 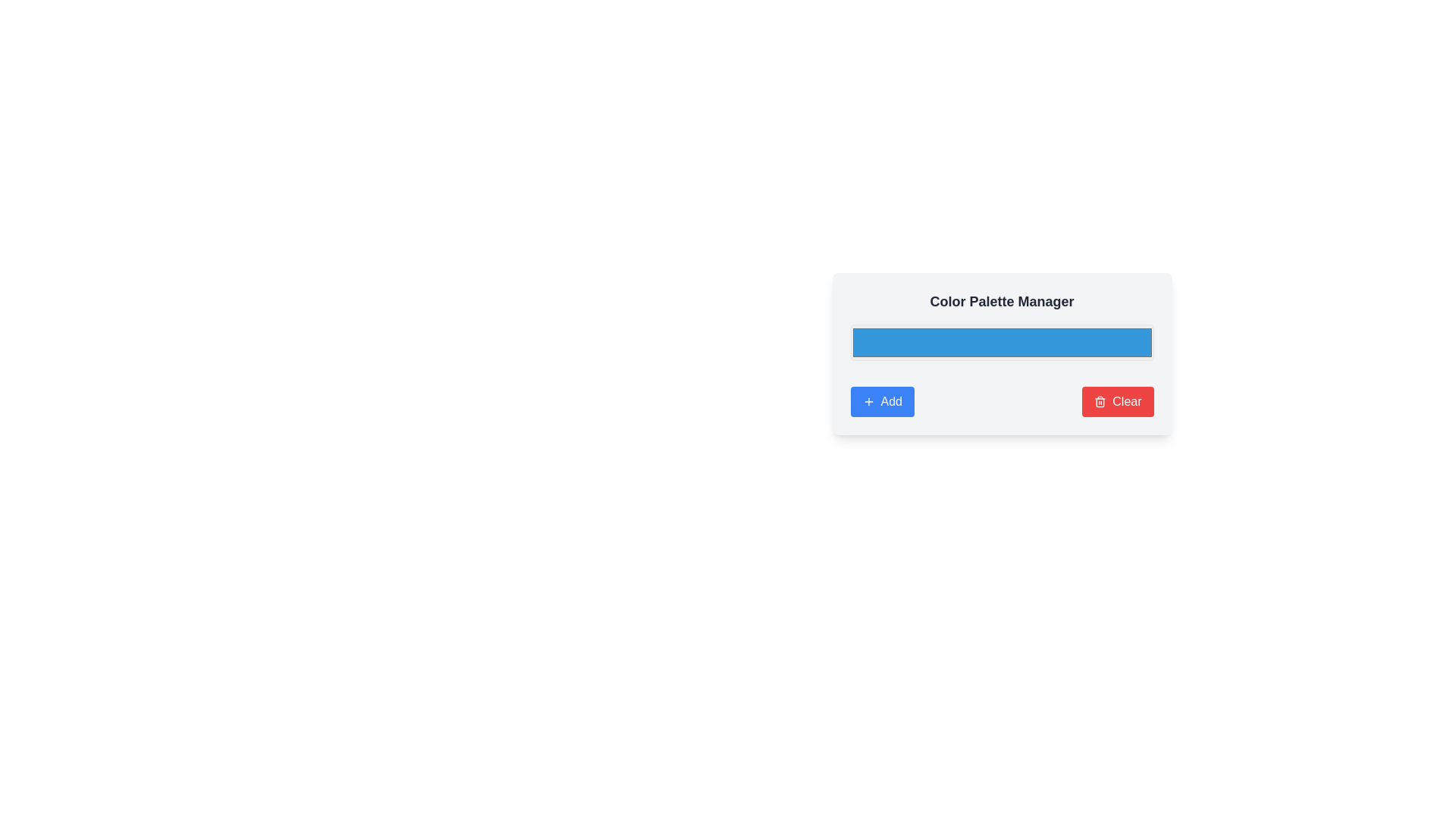 I want to click on the rounded blue 'Add' button with a '+' icon located in the bottom-left of the 'Color Palette Manager' section, so click(x=882, y=400).